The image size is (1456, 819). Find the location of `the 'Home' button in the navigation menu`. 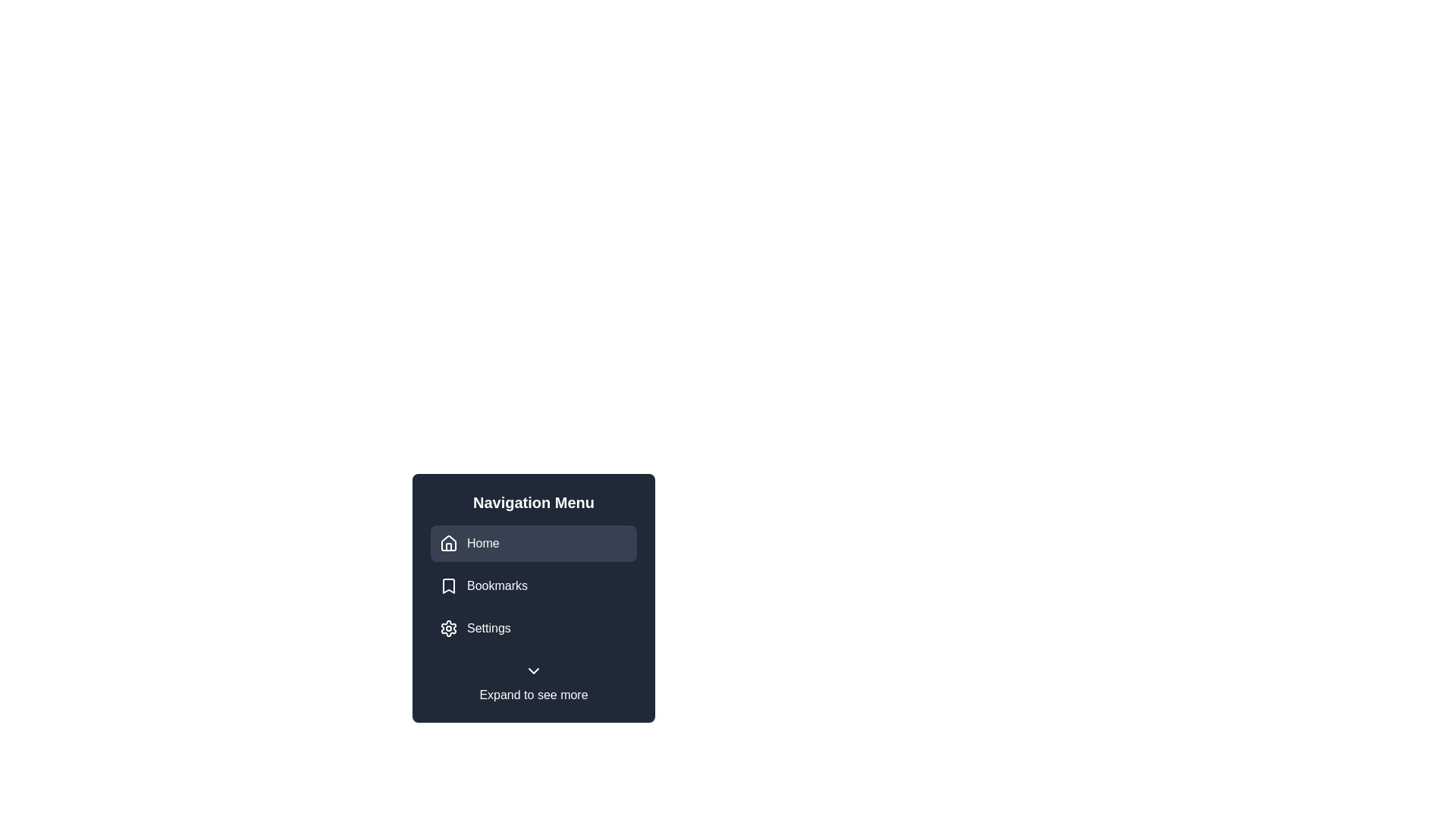

the 'Home' button in the navigation menu is located at coordinates (534, 543).